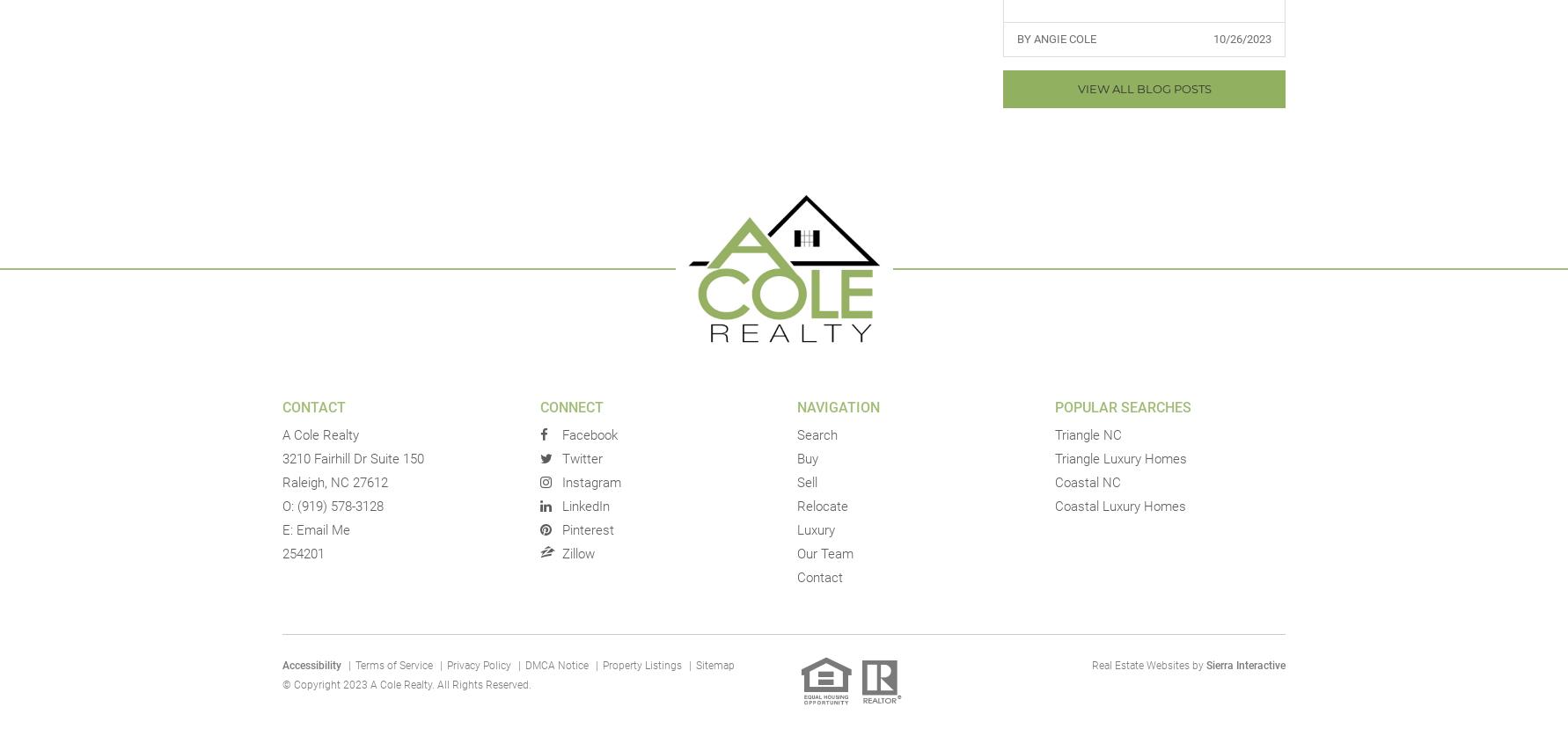 The image size is (1568, 729). Describe the element at coordinates (586, 530) in the screenshot. I see `'Pinterest'` at that location.